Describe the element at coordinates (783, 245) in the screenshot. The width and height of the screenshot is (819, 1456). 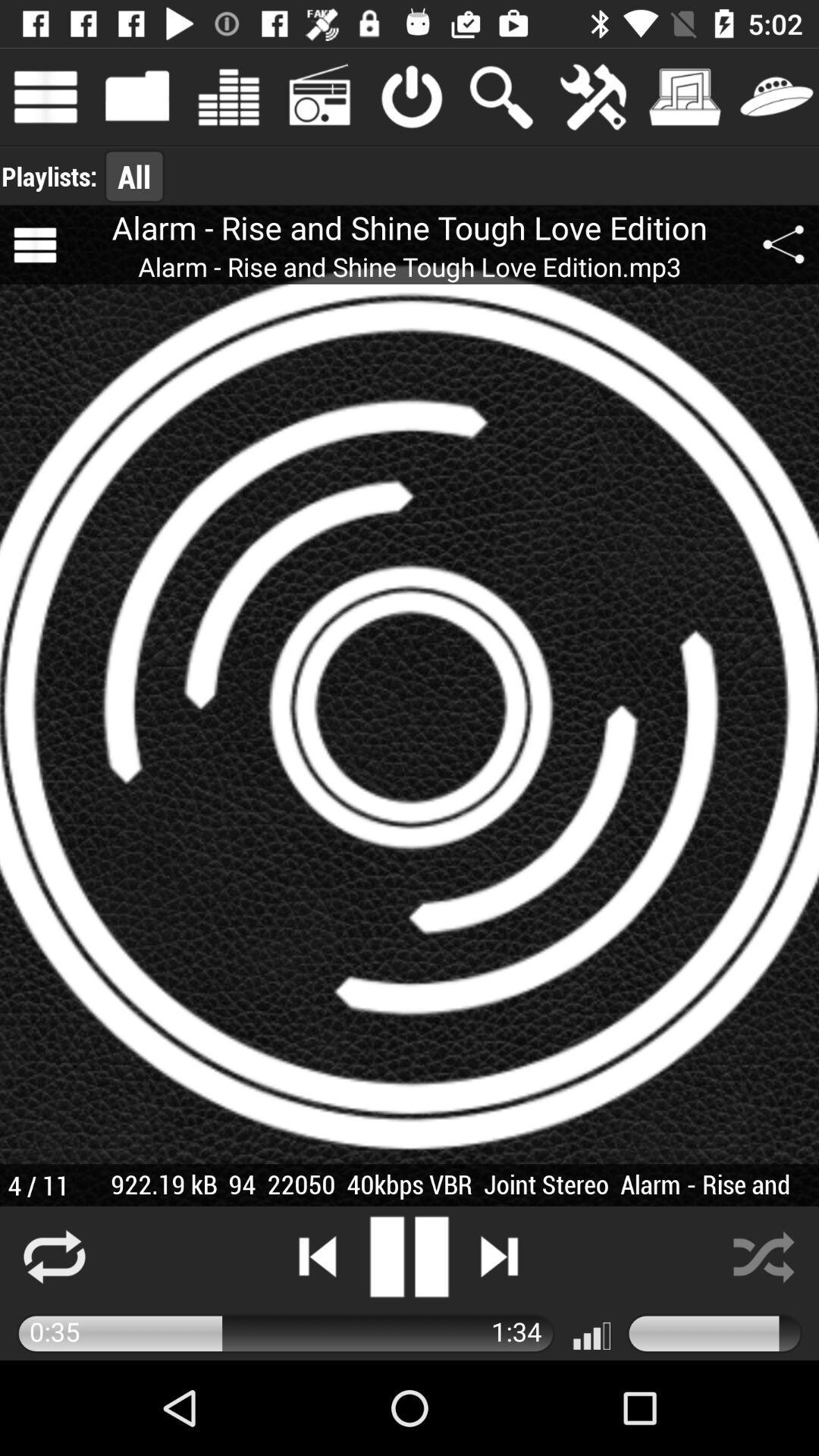
I see `app next to the alarm rise and app` at that location.